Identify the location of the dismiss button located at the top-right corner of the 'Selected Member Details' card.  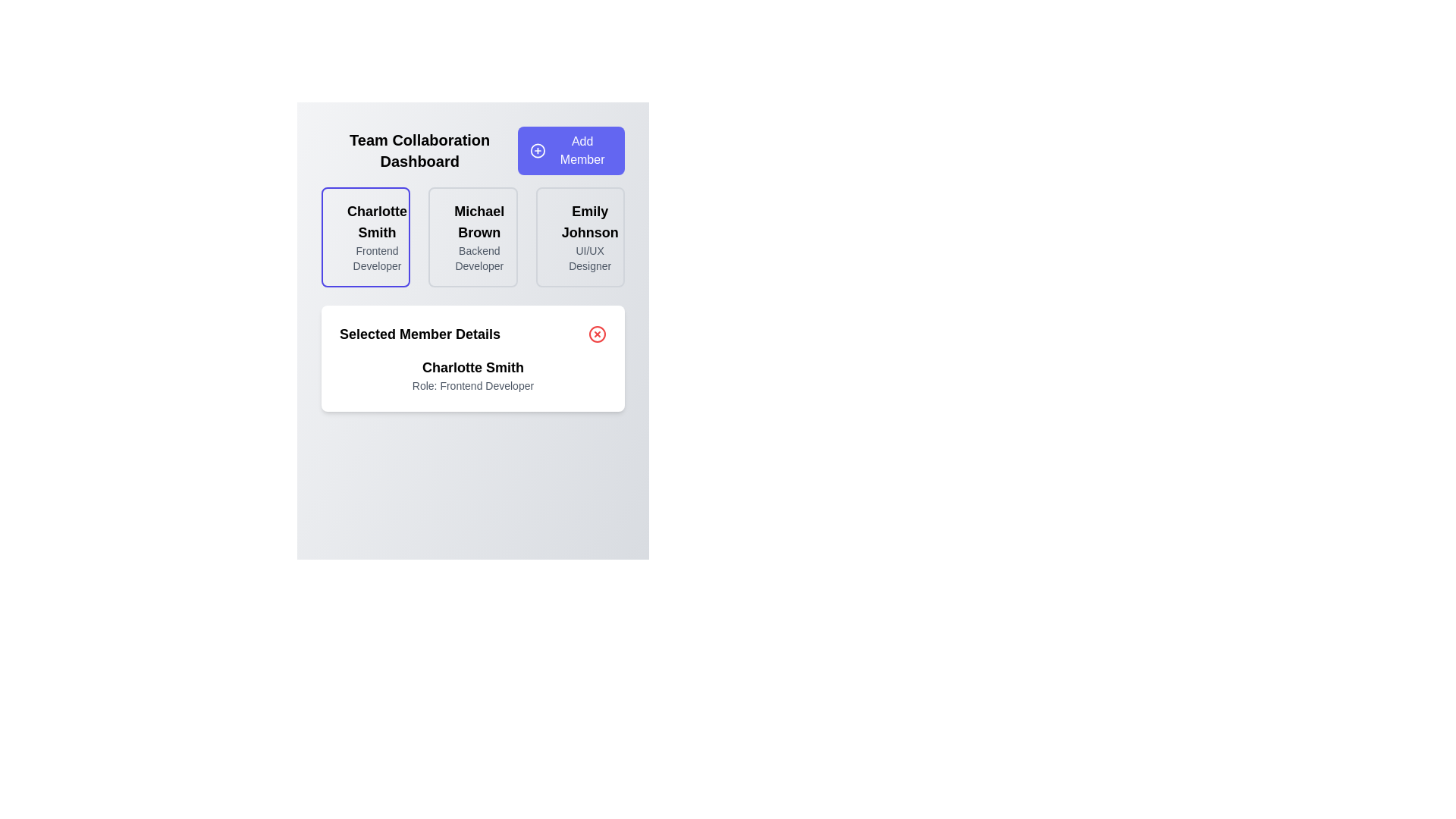
(596, 333).